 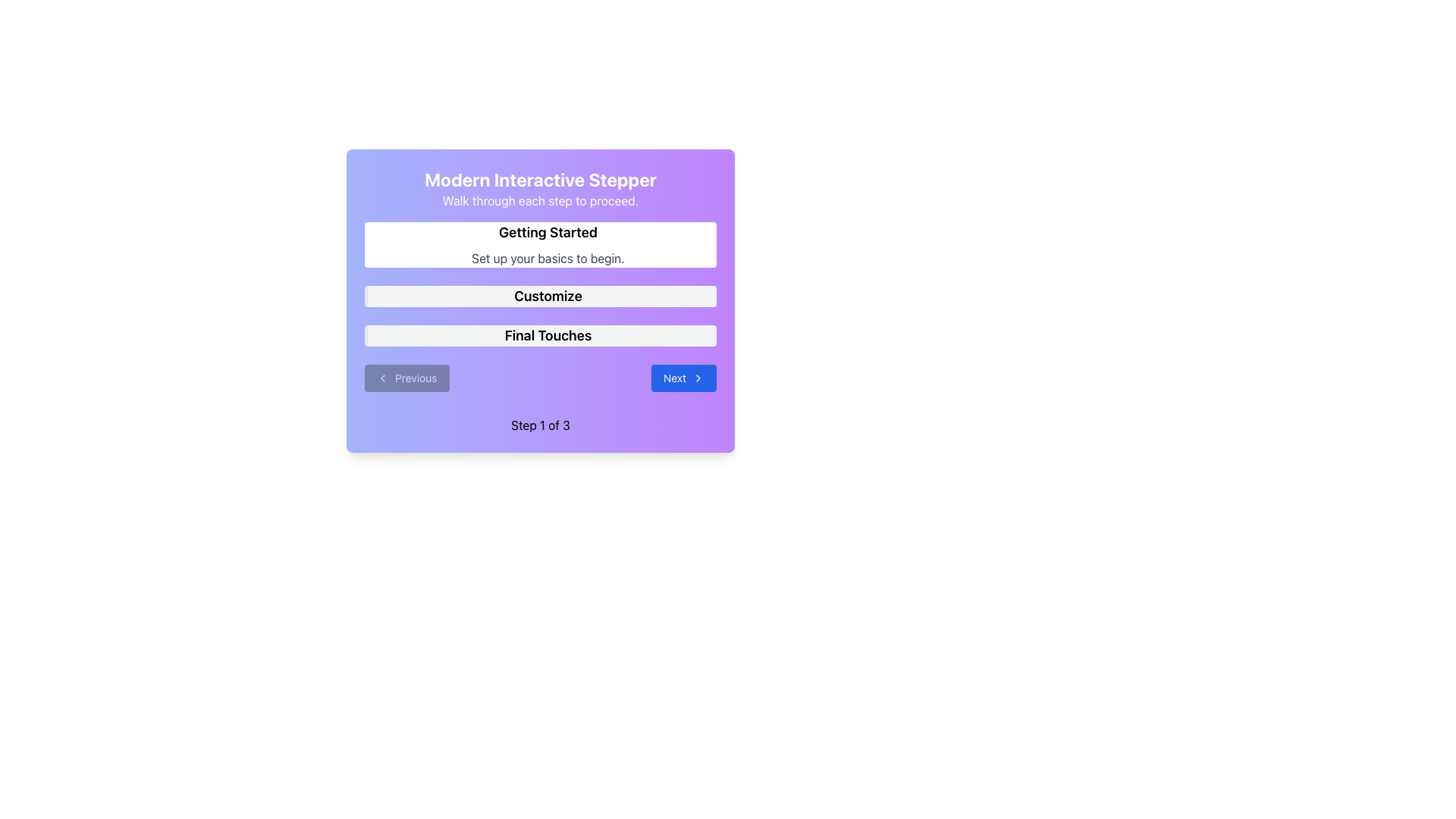 What do you see at coordinates (541, 244) in the screenshot?
I see `the textual header block that serves as the first step of the interactive guide, providing an overview for setting up the basics` at bounding box center [541, 244].